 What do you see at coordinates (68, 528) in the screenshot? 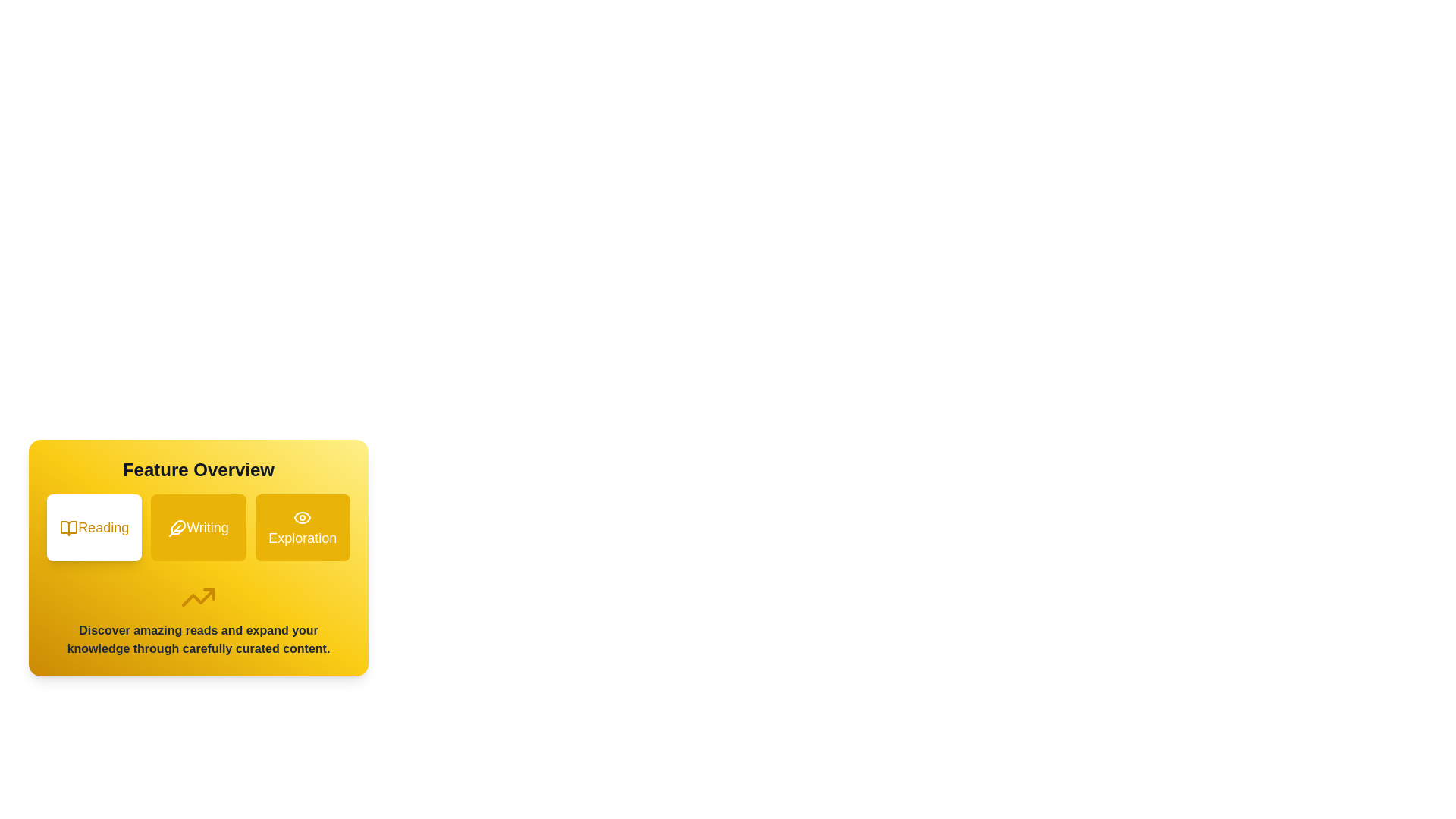
I see `the small golden-yellow open book icon located within the 'Reading' button at the bottom left corner of the interface` at bounding box center [68, 528].